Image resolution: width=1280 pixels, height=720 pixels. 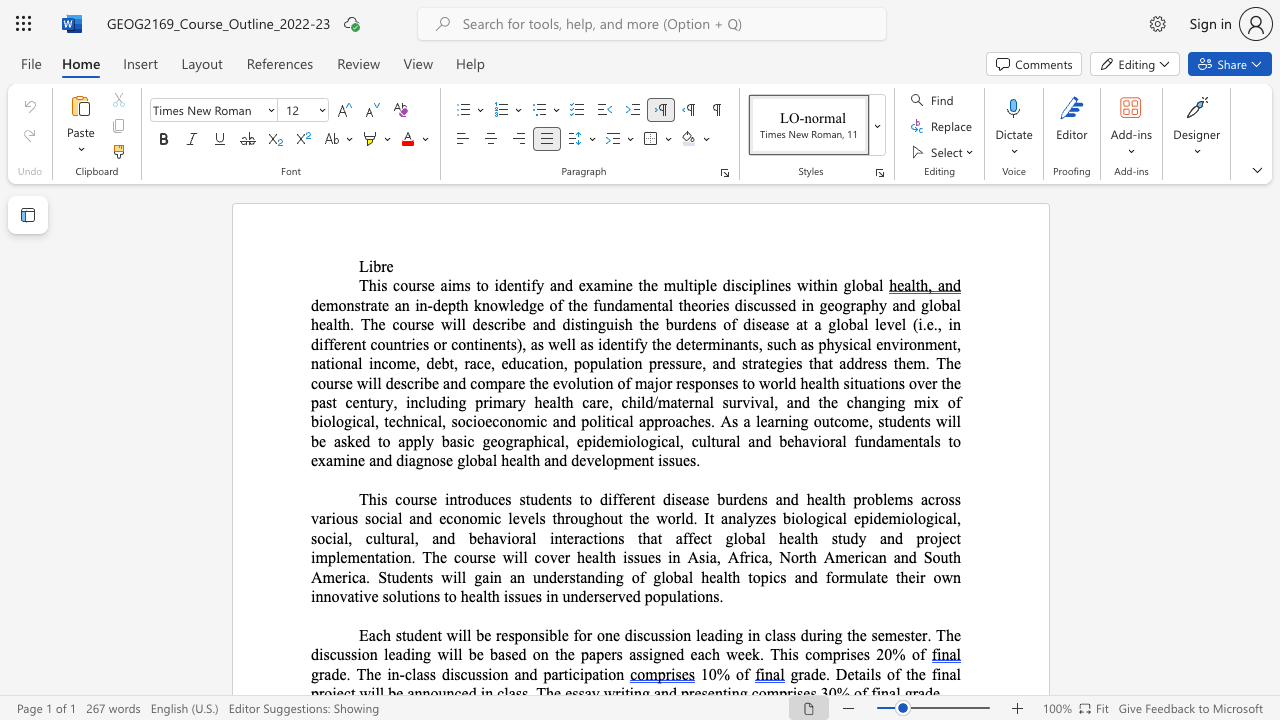 I want to click on the 12th character "r" in the text, so click(x=678, y=383).